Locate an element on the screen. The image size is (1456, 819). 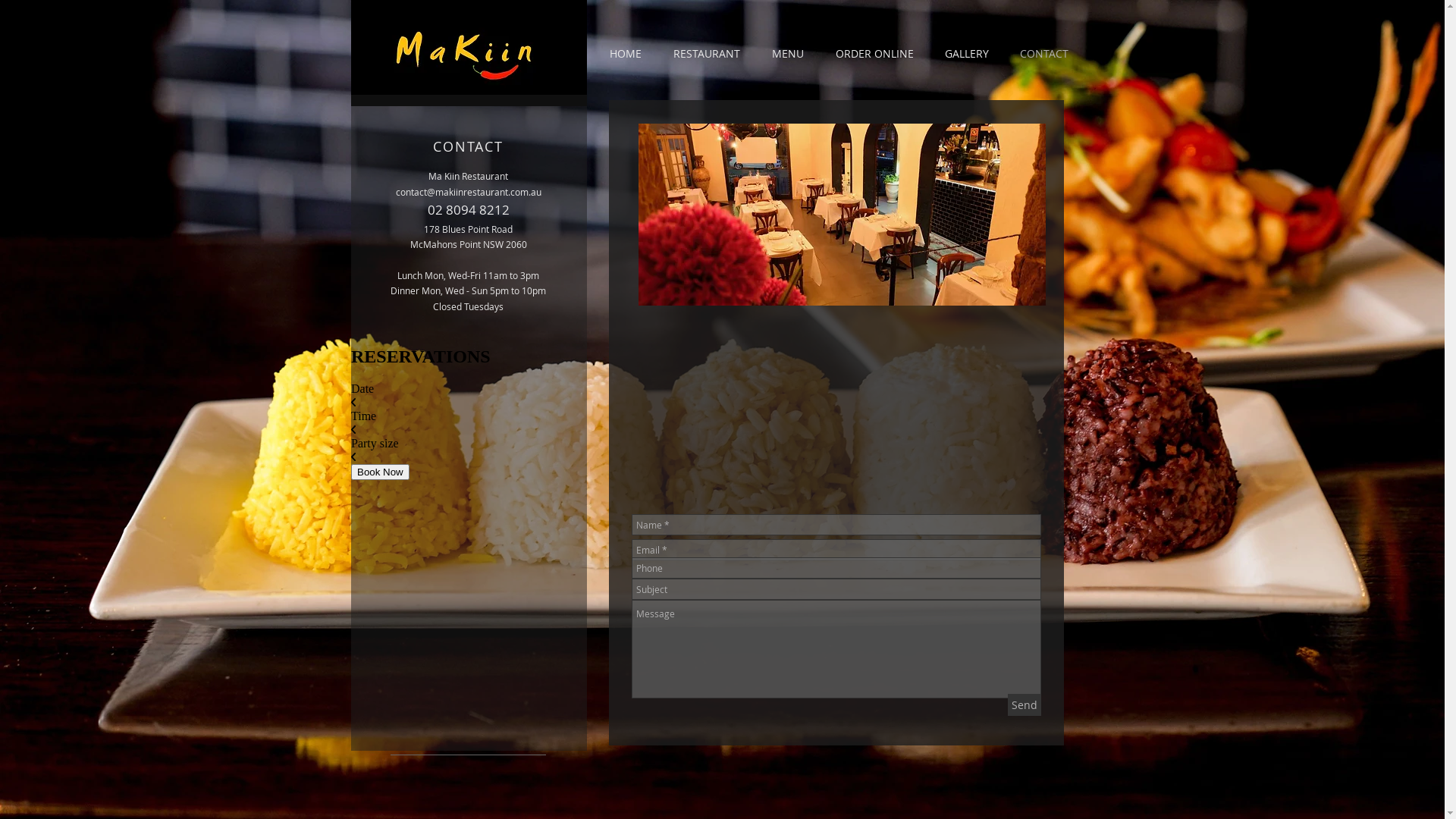
'Send' is located at coordinates (1023, 704).